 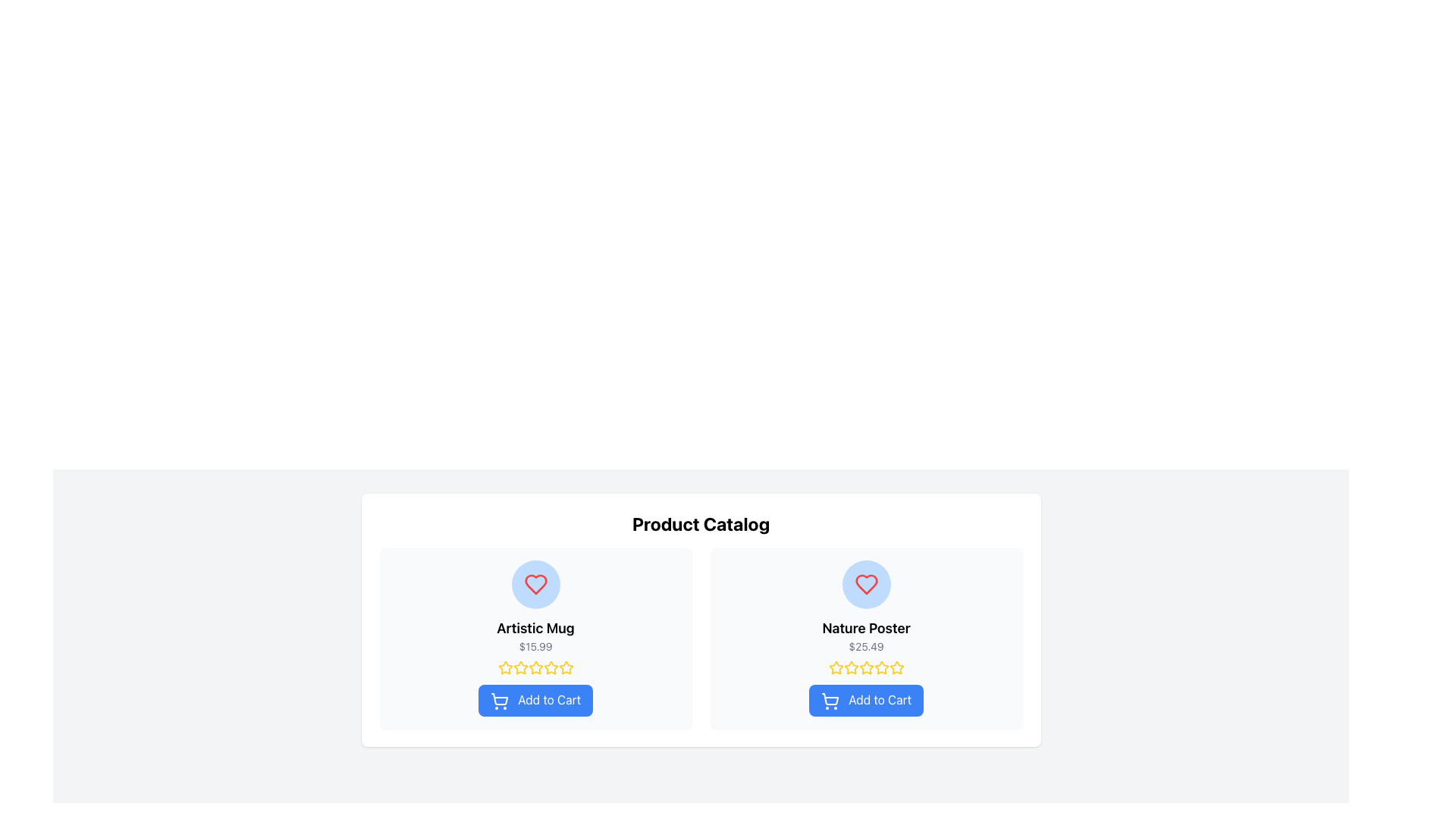 What do you see at coordinates (866, 584) in the screenshot?
I see `the heart-shaped icon representing favorite functionality located within the left tile labeled 'Artistic Mug'` at bounding box center [866, 584].